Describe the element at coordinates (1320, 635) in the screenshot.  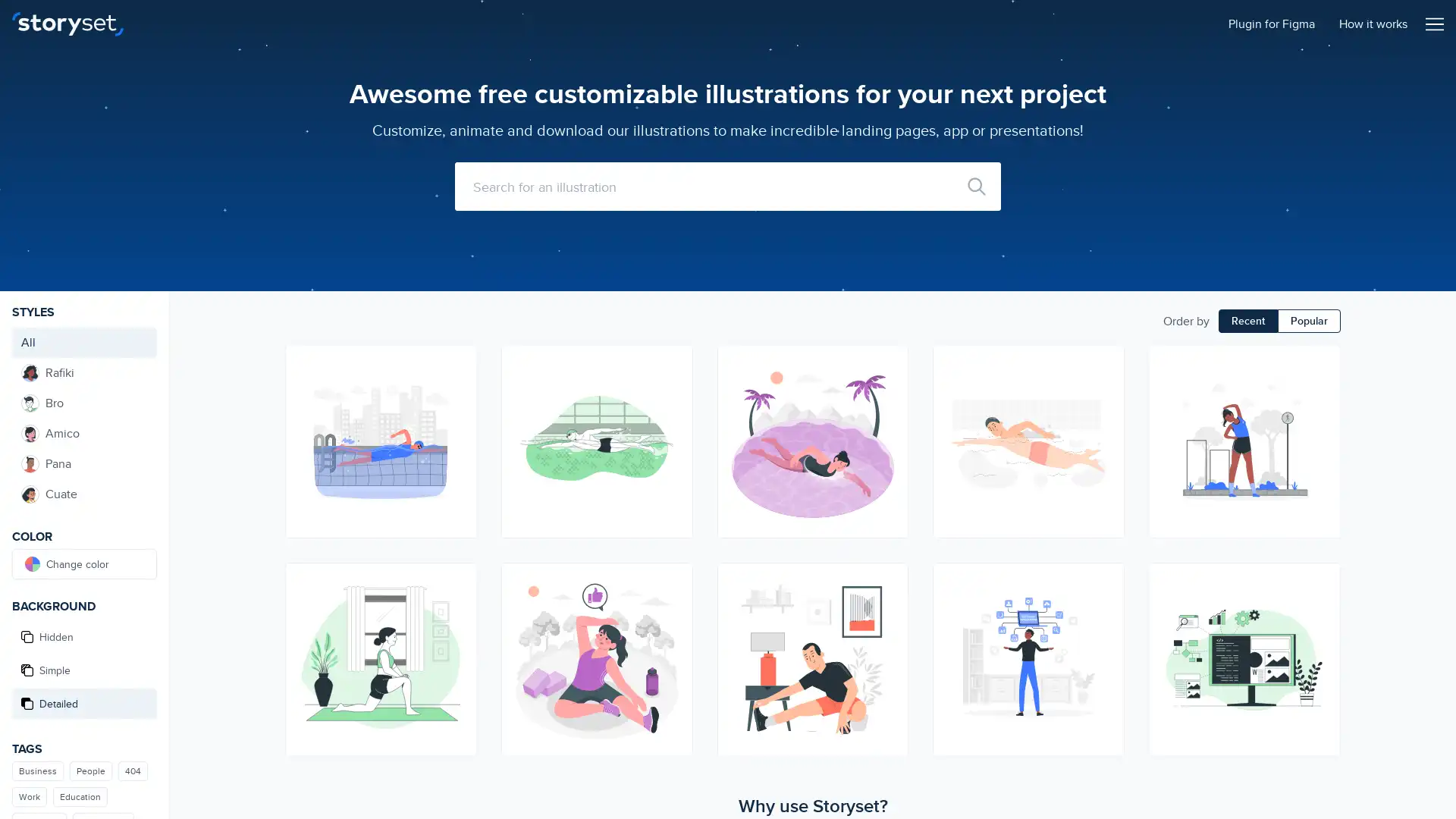
I see `Pinterest icon Save` at that location.